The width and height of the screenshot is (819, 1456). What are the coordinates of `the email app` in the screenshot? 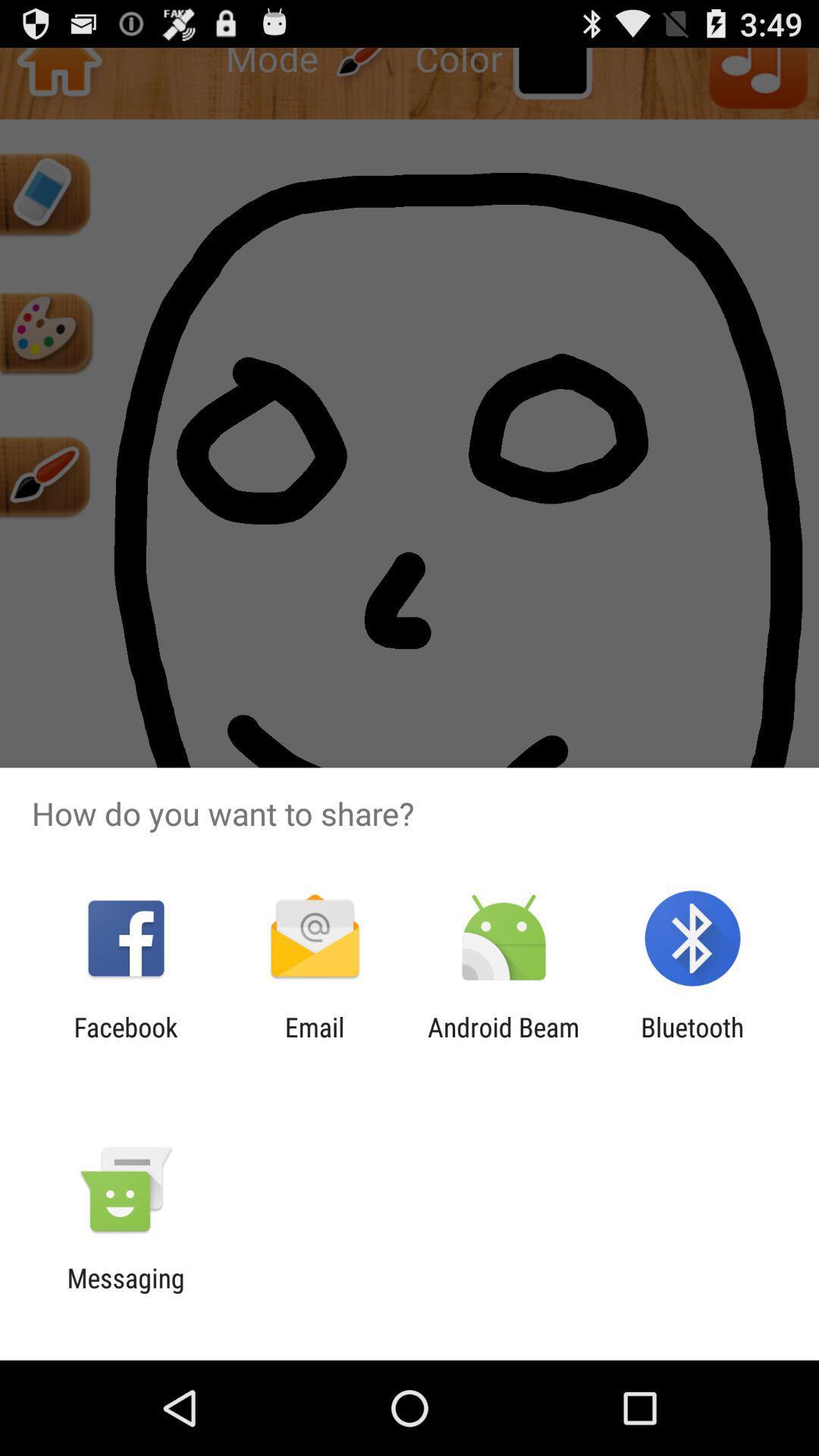 It's located at (314, 1042).